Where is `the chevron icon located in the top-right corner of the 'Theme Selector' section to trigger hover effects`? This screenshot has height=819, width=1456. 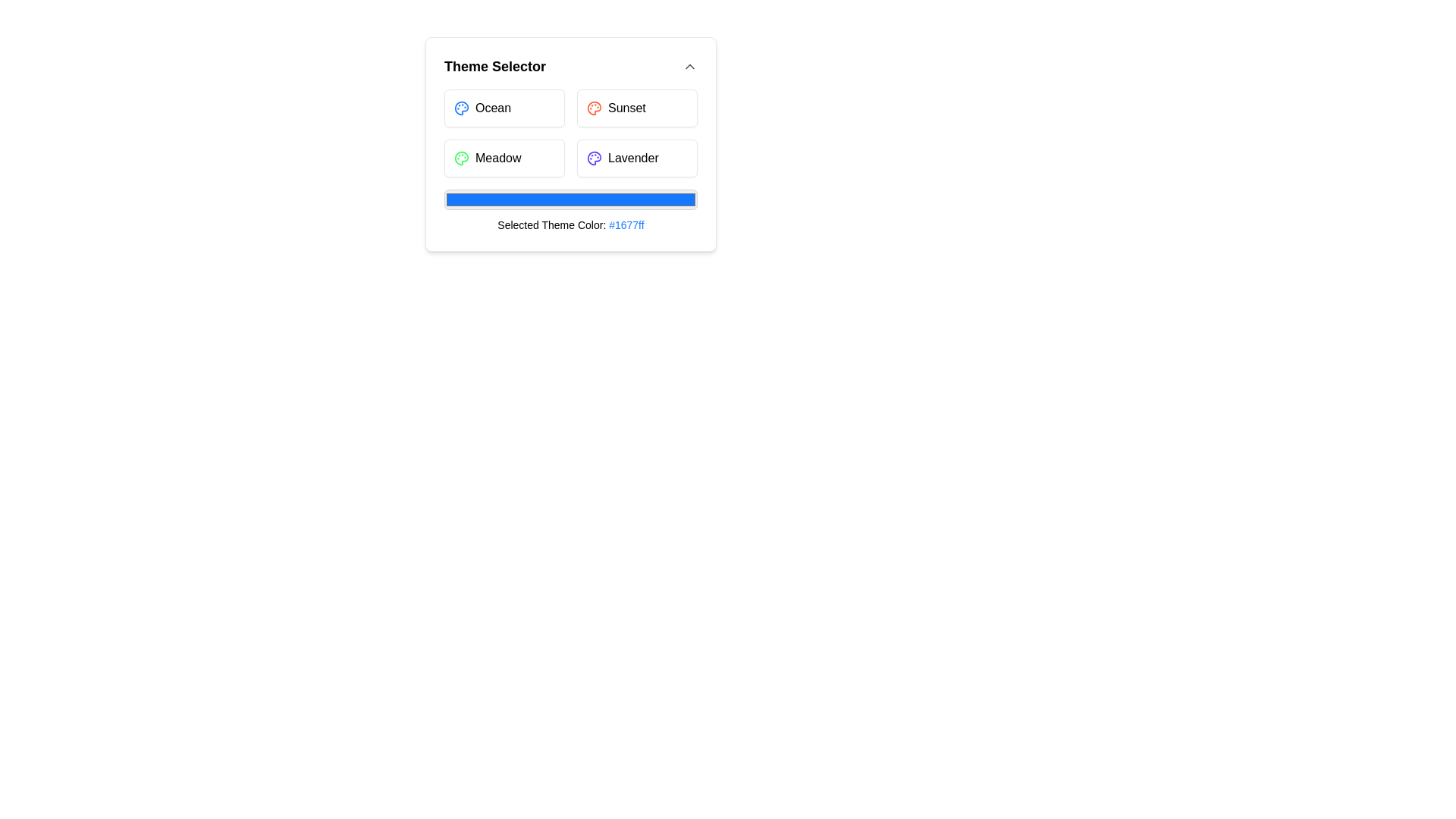
the chevron icon located in the top-right corner of the 'Theme Selector' section to trigger hover effects is located at coordinates (689, 66).